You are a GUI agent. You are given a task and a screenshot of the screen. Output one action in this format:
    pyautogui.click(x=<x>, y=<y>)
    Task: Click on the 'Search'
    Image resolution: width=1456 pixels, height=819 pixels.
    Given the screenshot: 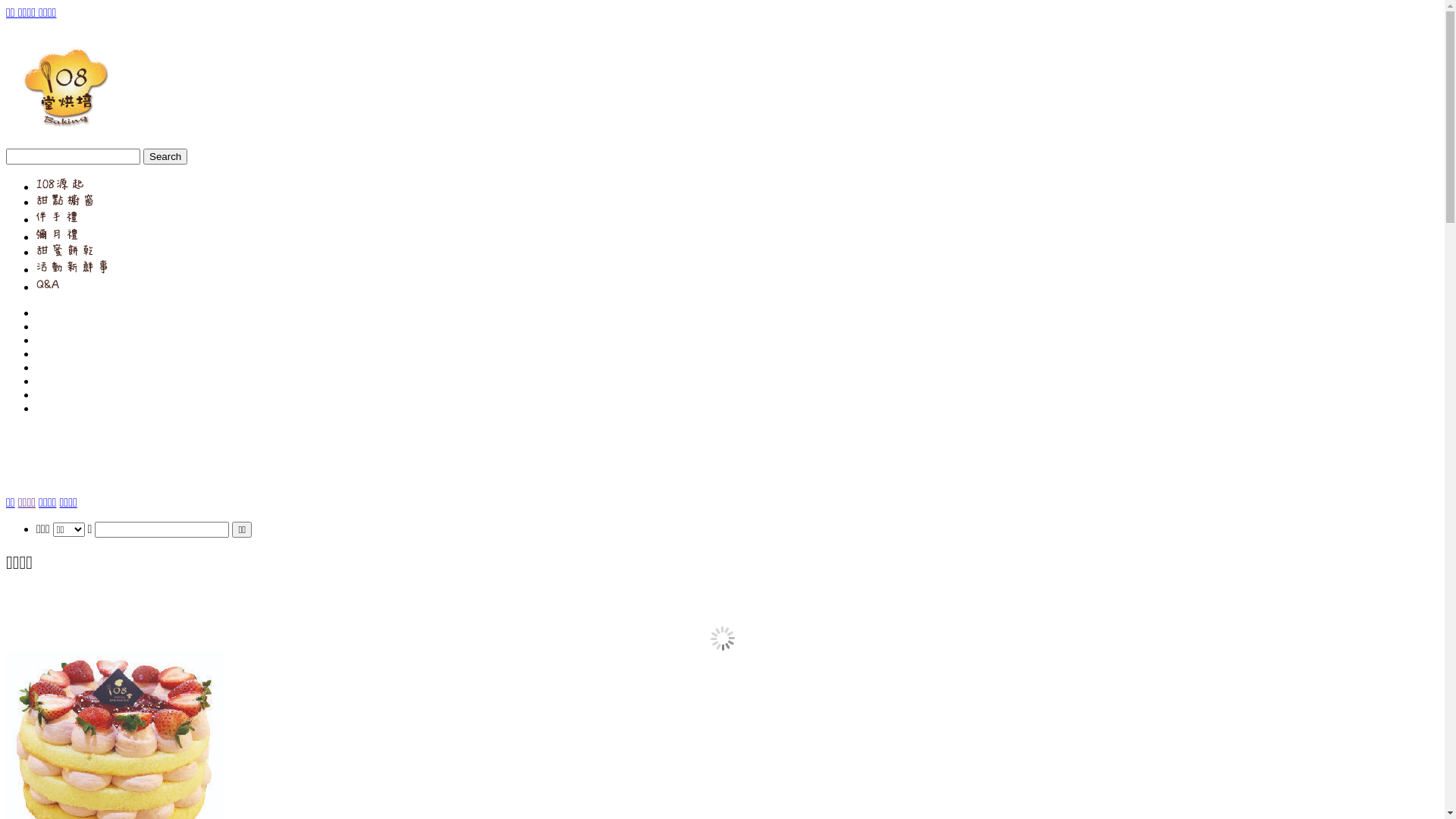 What is the action you would take?
    pyautogui.click(x=143, y=156)
    